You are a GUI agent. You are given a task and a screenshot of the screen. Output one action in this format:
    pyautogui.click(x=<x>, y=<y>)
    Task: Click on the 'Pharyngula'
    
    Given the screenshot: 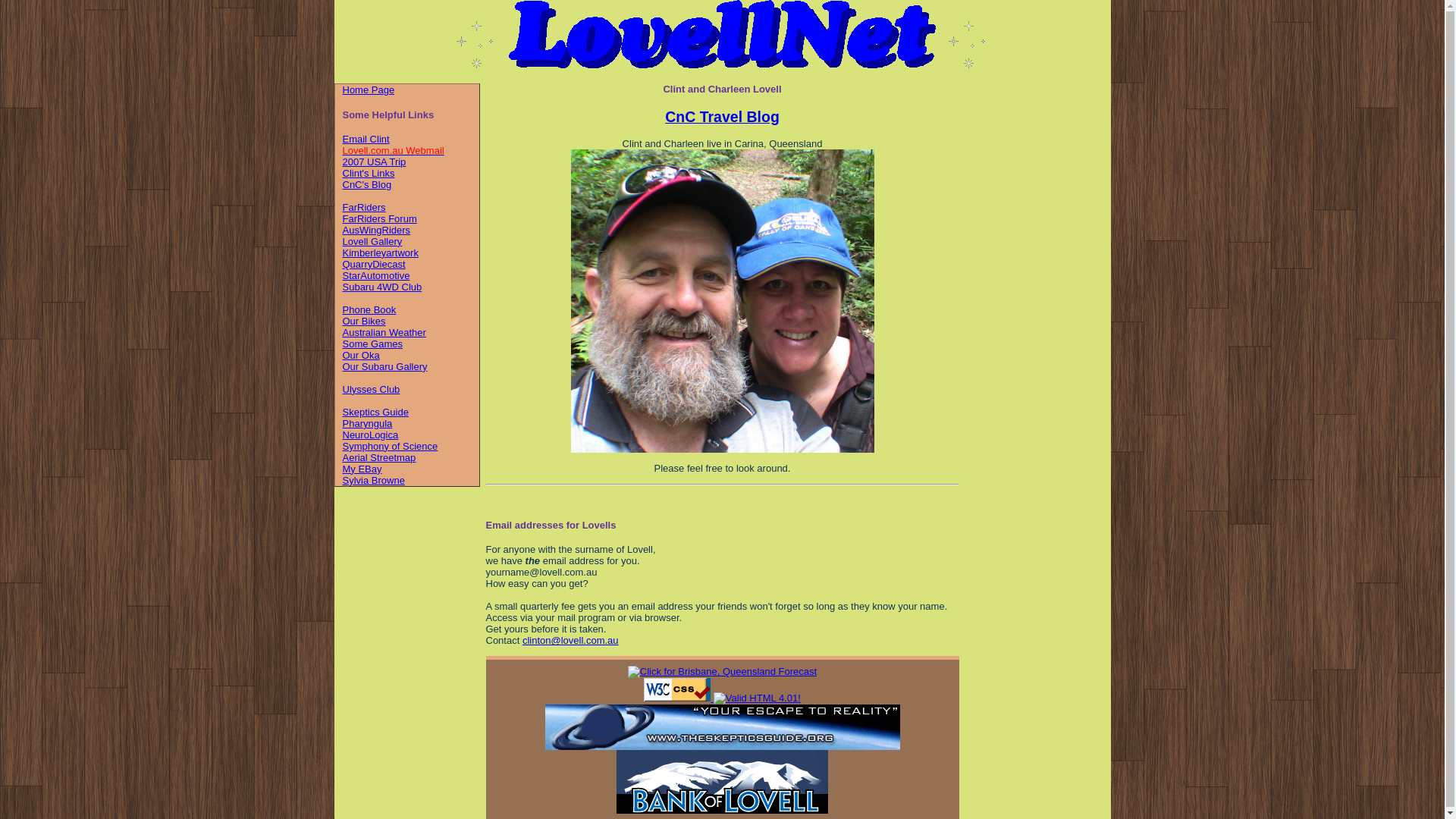 What is the action you would take?
    pyautogui.click(x=367, y=423)
    